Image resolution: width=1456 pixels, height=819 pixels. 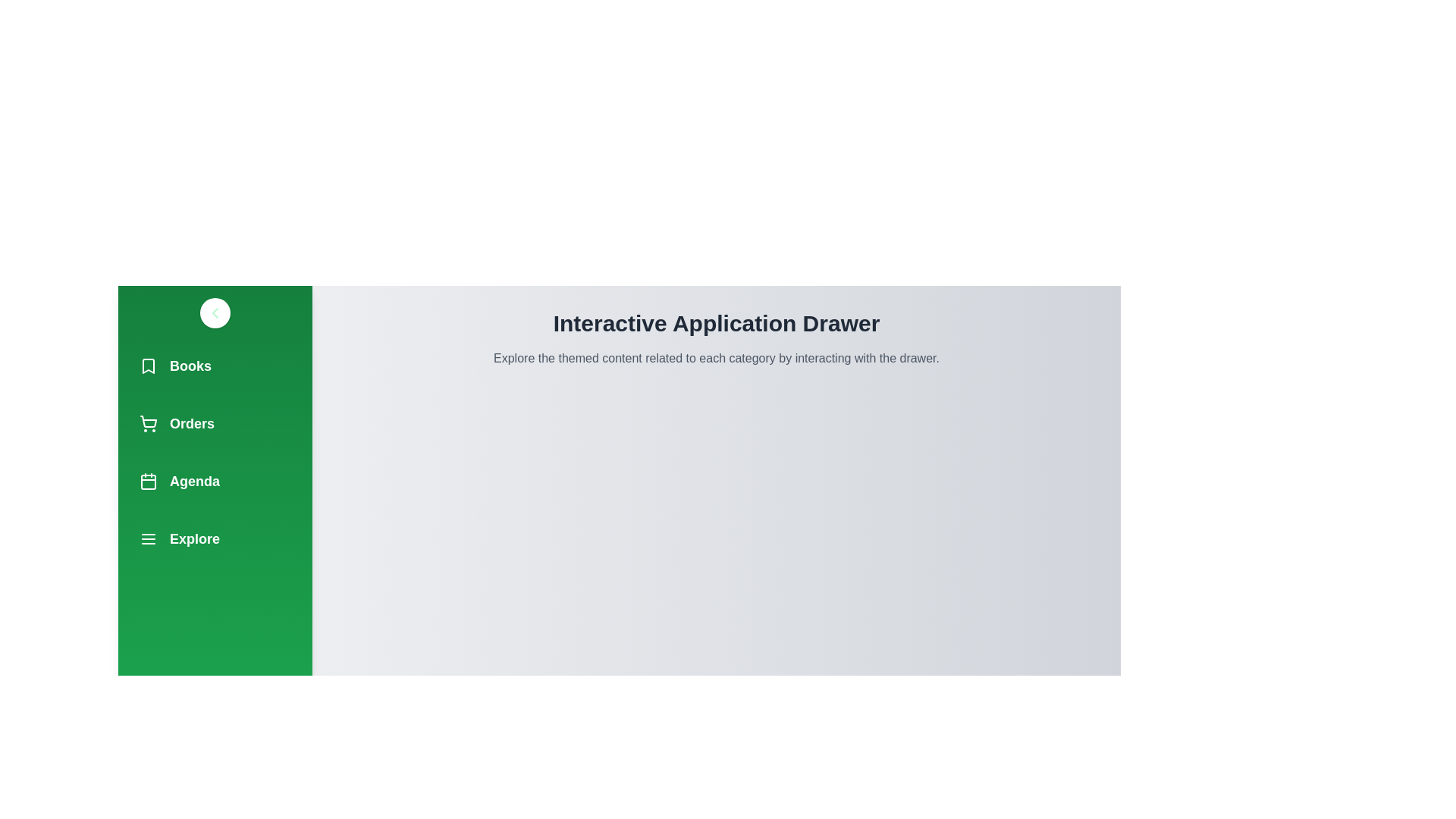 What do you see at coordinates (214, 482) in the screenshot?
I see `the navigation item Agenda to observe its hover effect` at bounding box center [214, 482].